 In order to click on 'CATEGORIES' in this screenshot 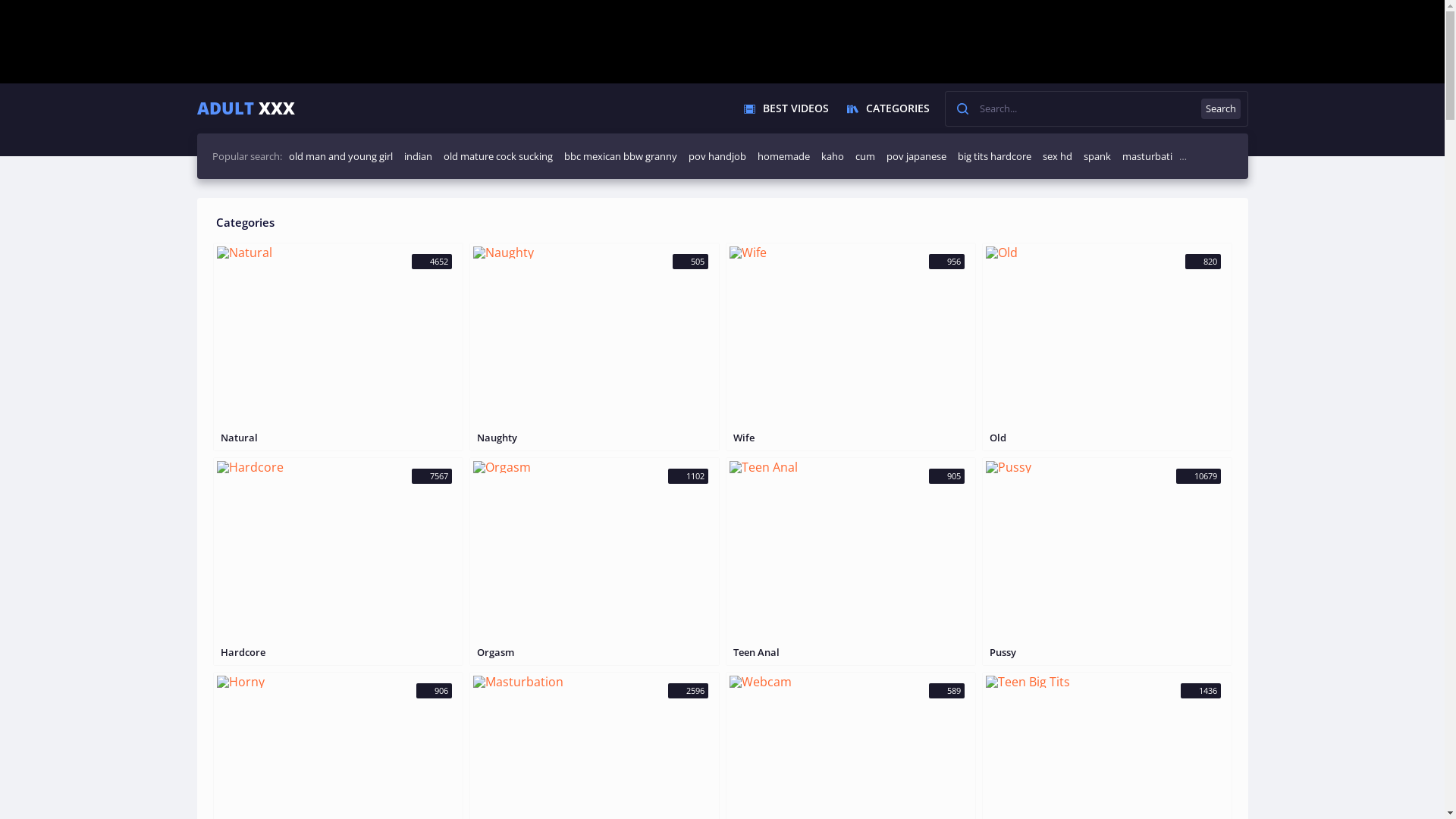, I will do `click(887, 107)`.